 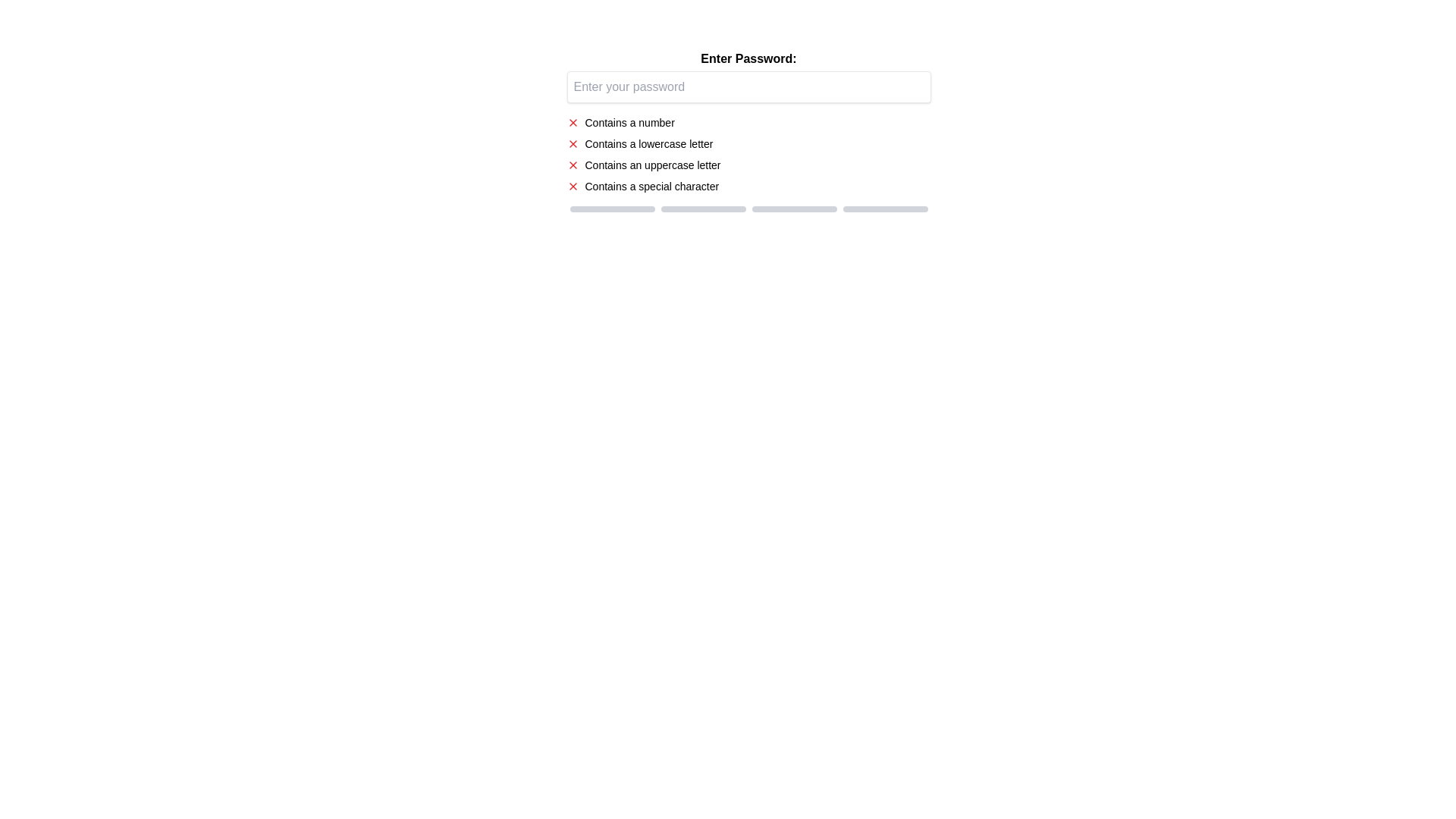 What do you see at coordinates (652, 165) in the screenshot?
I see `informational text about the requirement for including at least one uppercase letter in a password, which is the third item in the list of password criteria` at bounding box center [652, 165].